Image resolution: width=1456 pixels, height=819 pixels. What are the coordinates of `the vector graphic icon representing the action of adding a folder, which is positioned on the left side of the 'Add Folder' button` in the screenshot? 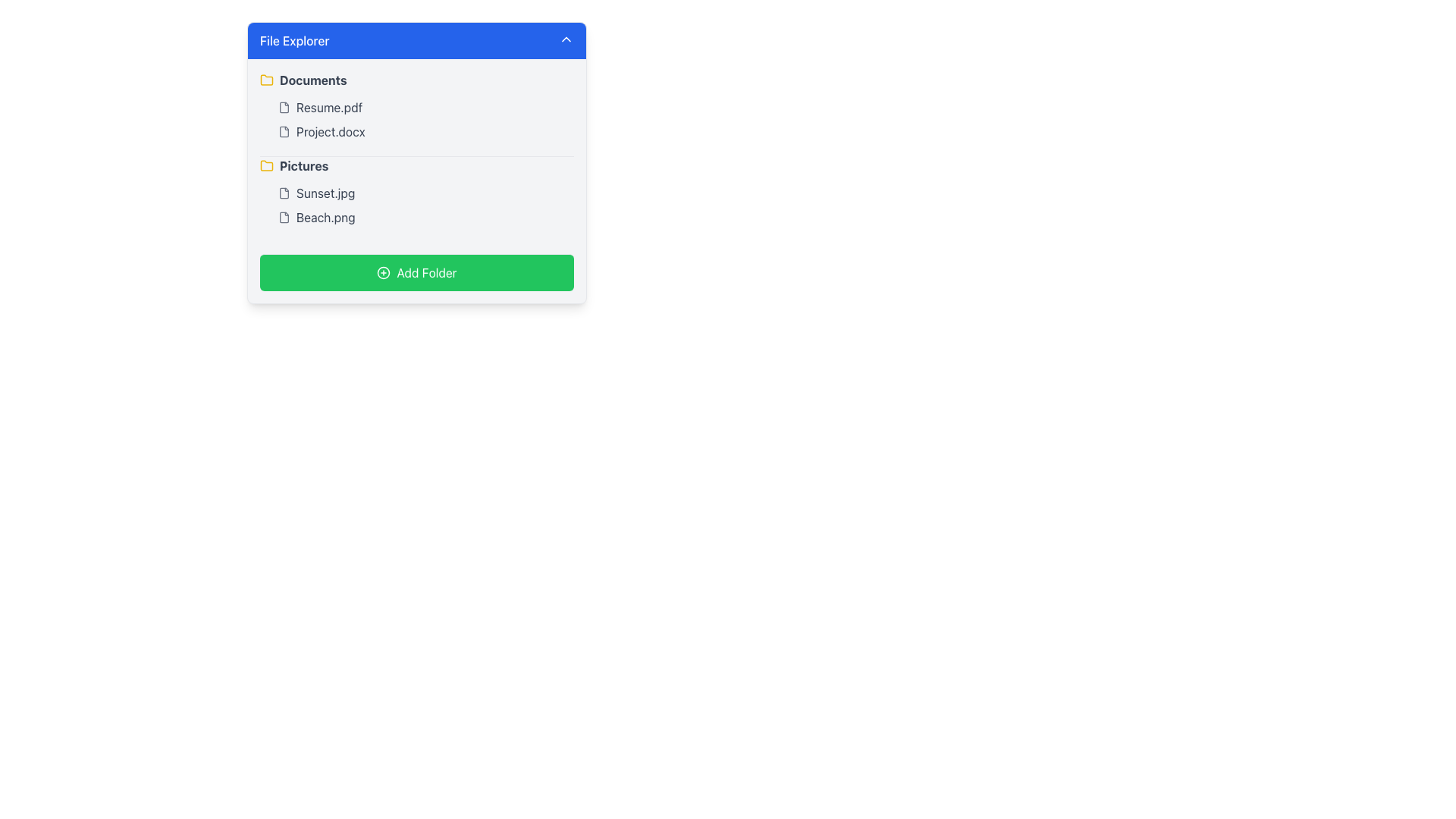 It's located at (384, 271).